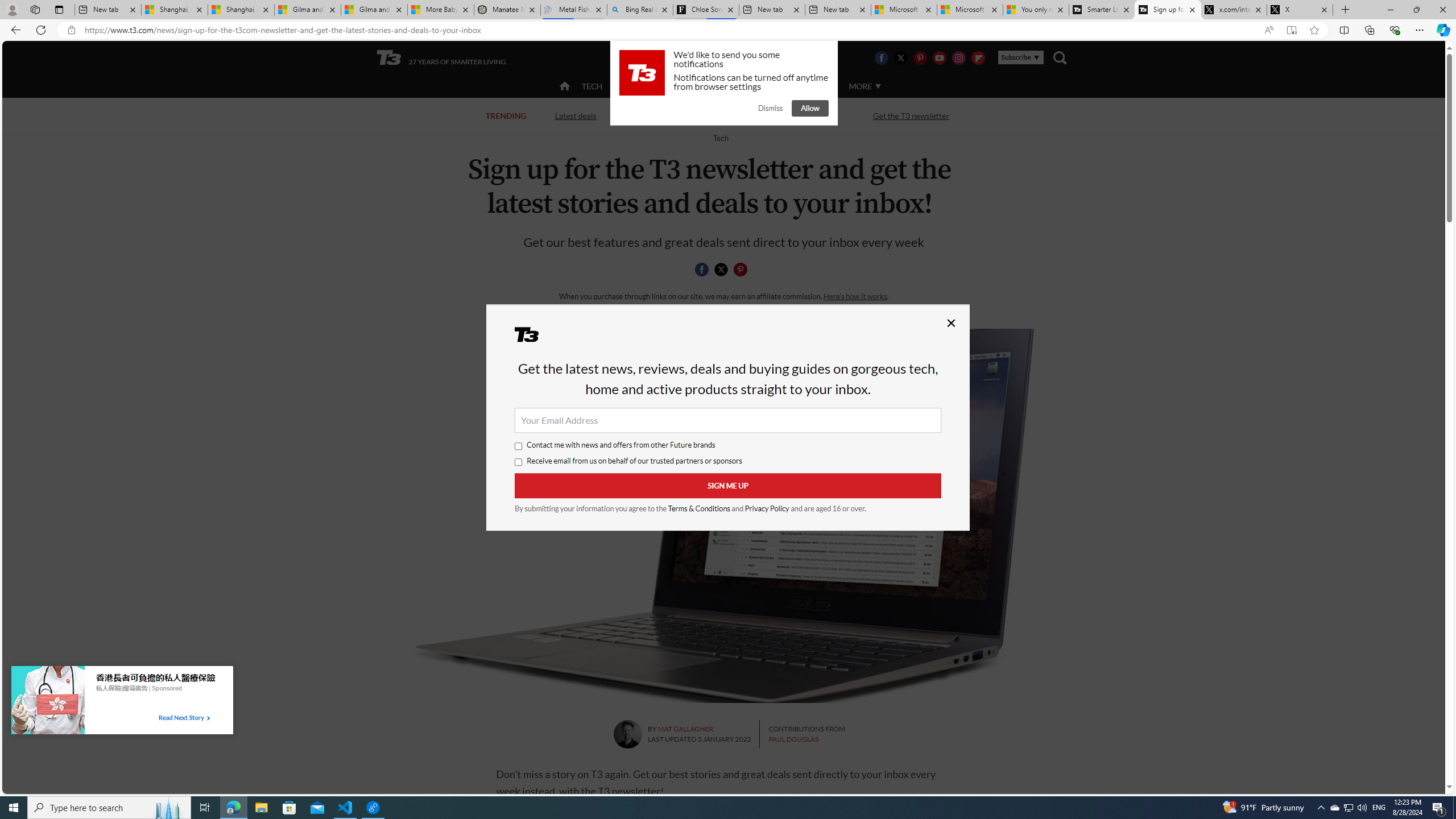  I want to click on 'Streaming TV and movies', so click(788, 115).